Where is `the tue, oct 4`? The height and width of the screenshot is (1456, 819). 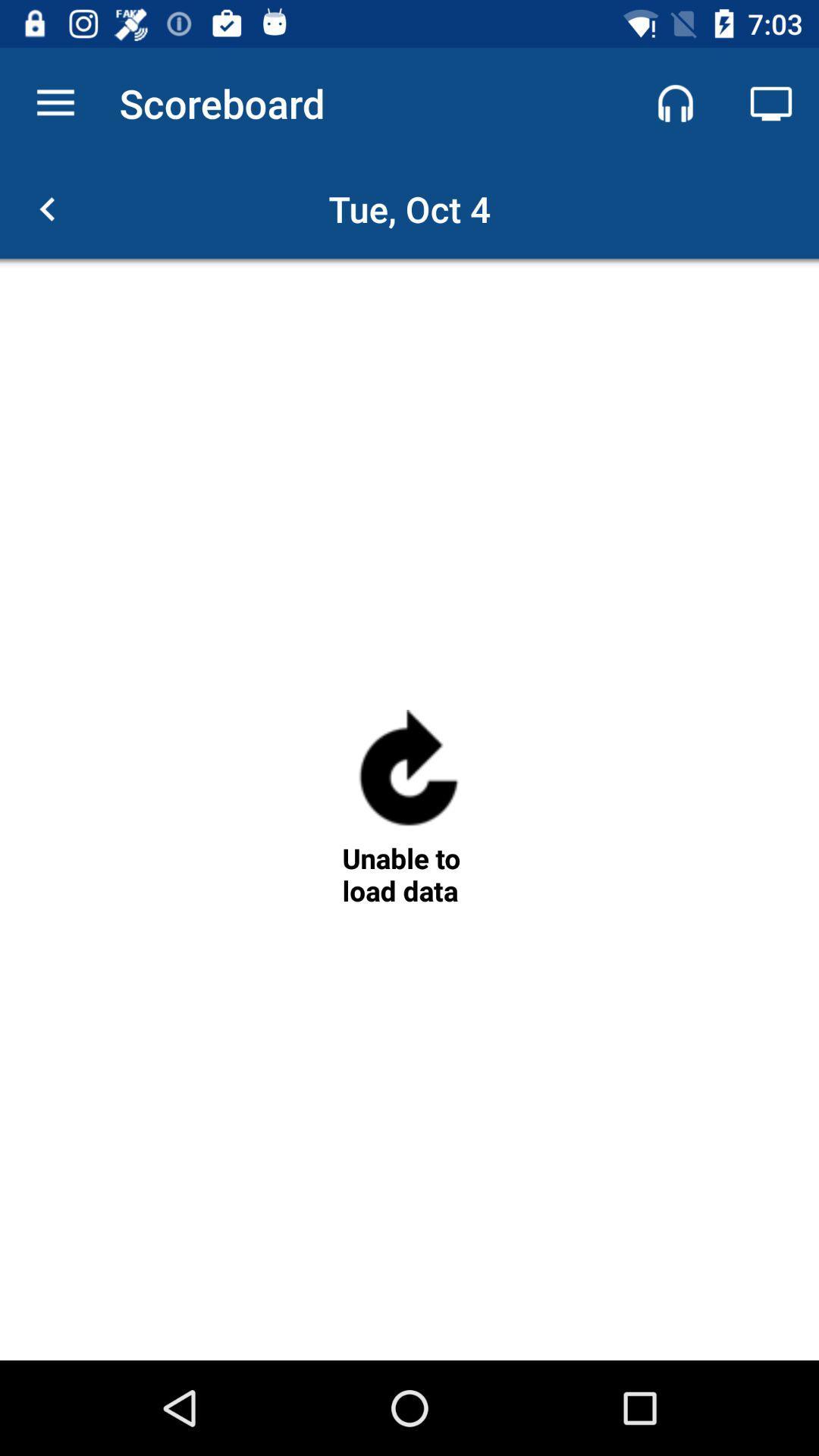 the tue, oct 4 is located at coordinates (409, 208).